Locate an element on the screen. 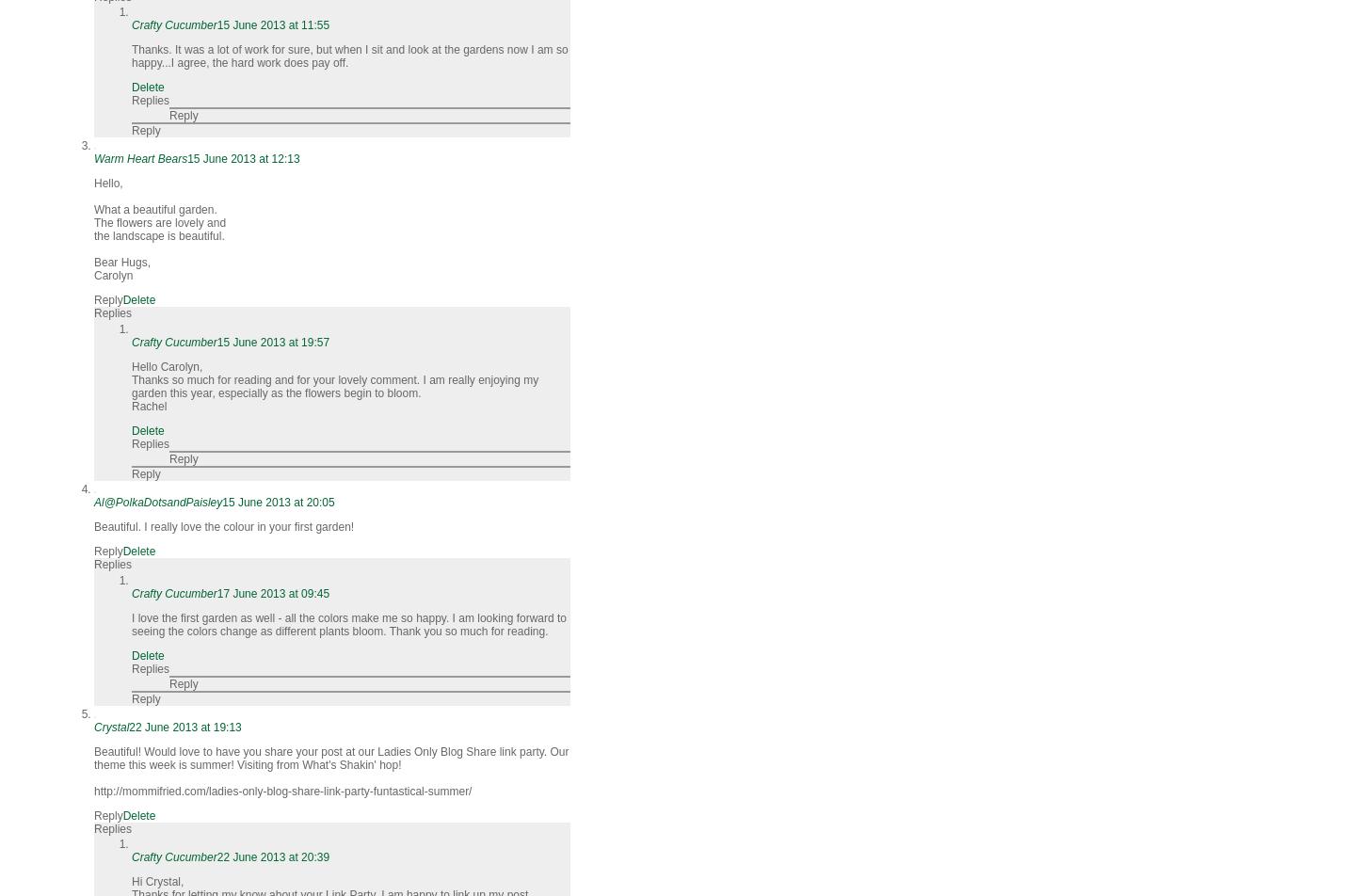  '15 June 2013 at 12:13' is located at coordinates (243, 158).